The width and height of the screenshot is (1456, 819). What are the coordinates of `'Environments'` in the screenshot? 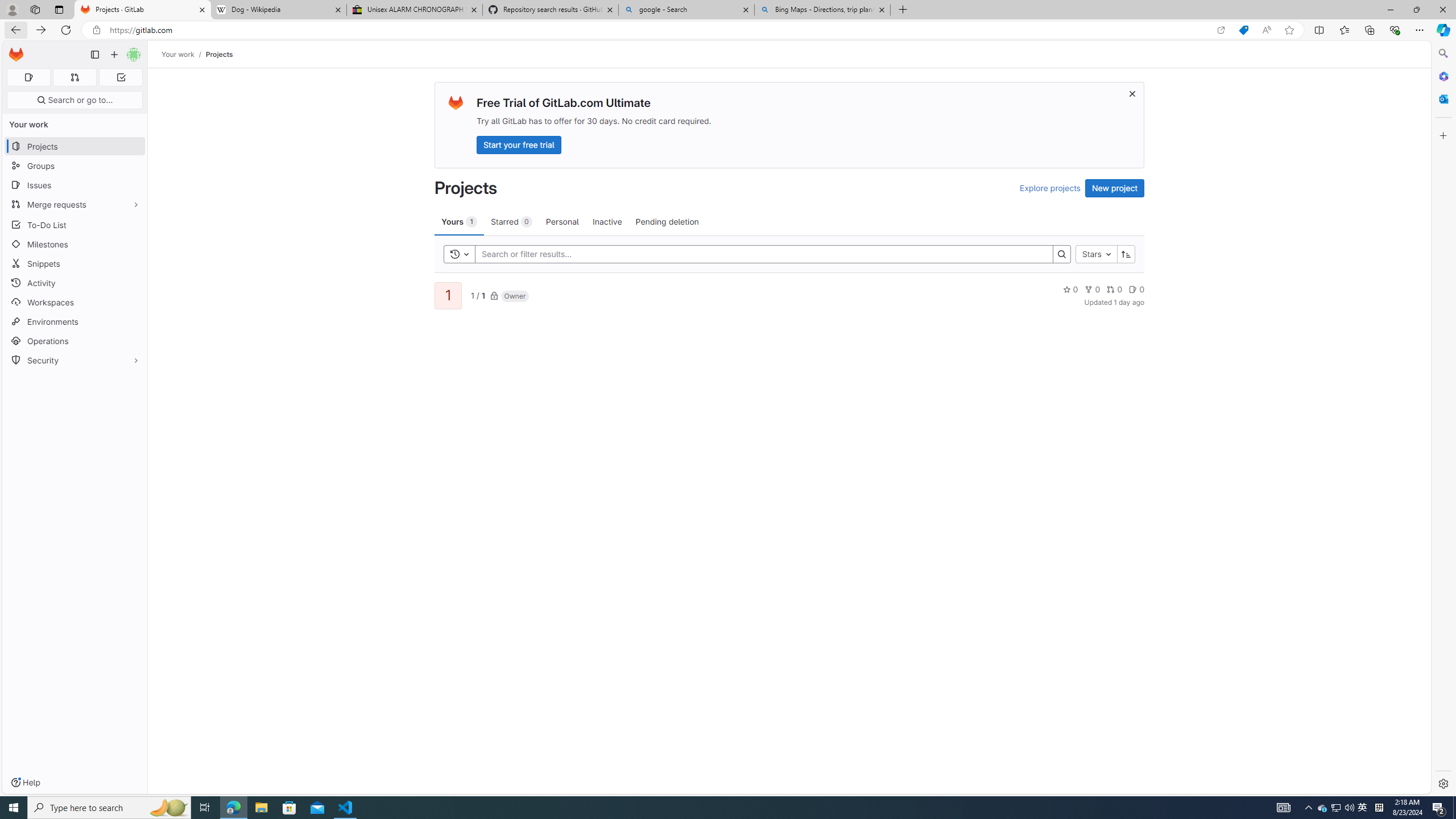 It's located at (74, 321).